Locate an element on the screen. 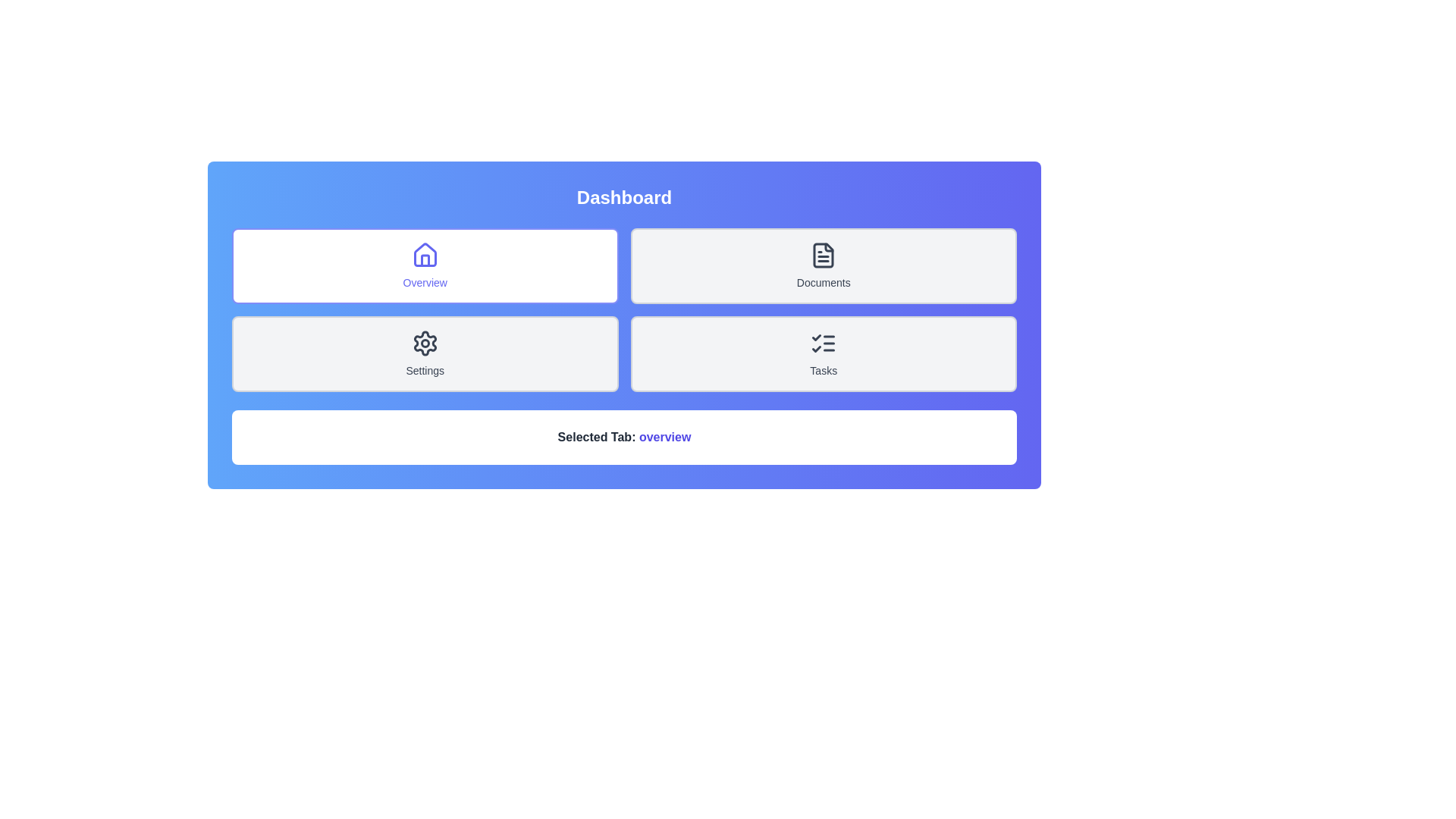  the top part of the document icon that simulates a folded corner, located in the top-right quadrant of the user interface is located at coordinates (828, 246).